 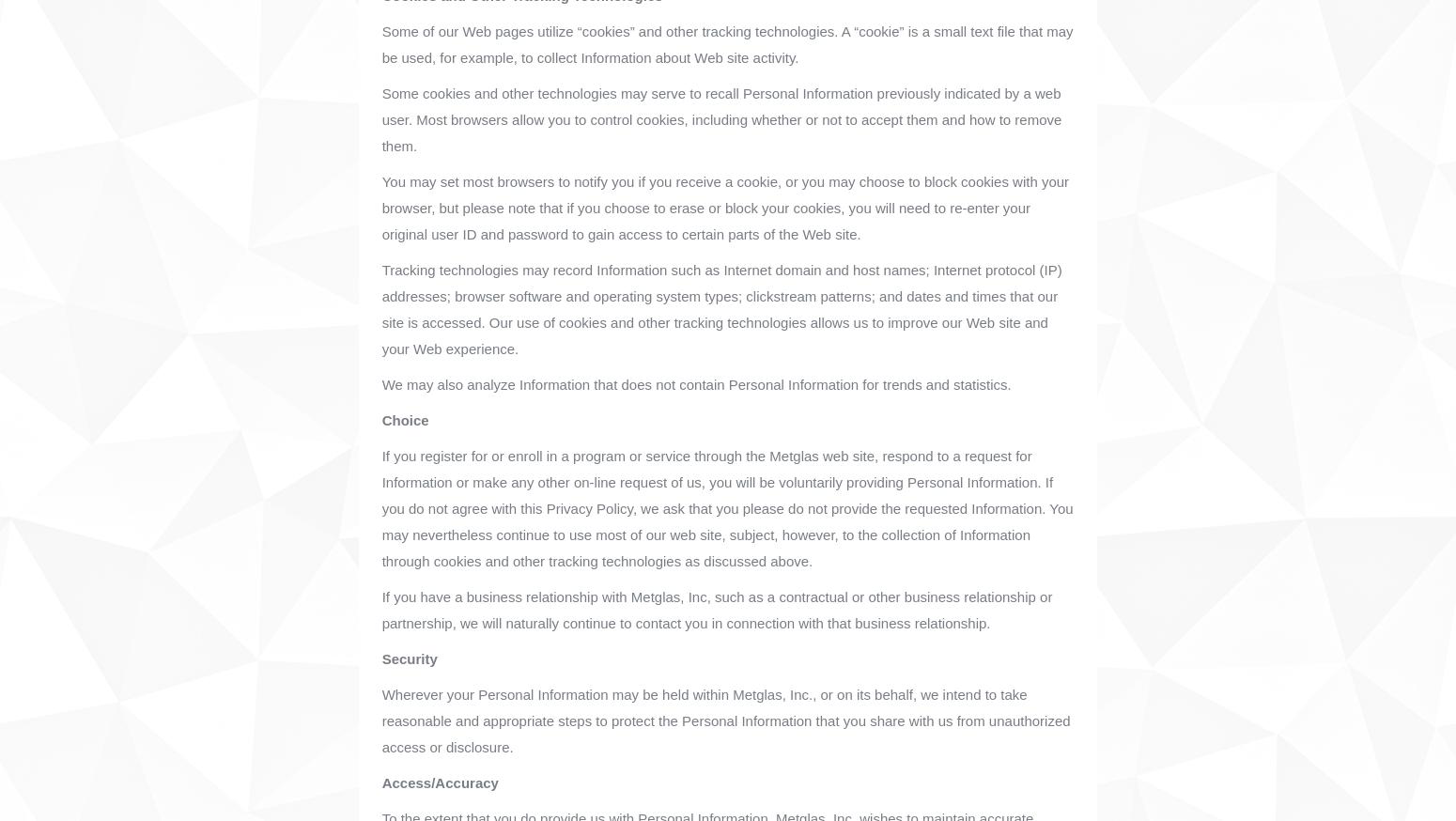 I want to click on 'Choice', so click(x=405, y=419).